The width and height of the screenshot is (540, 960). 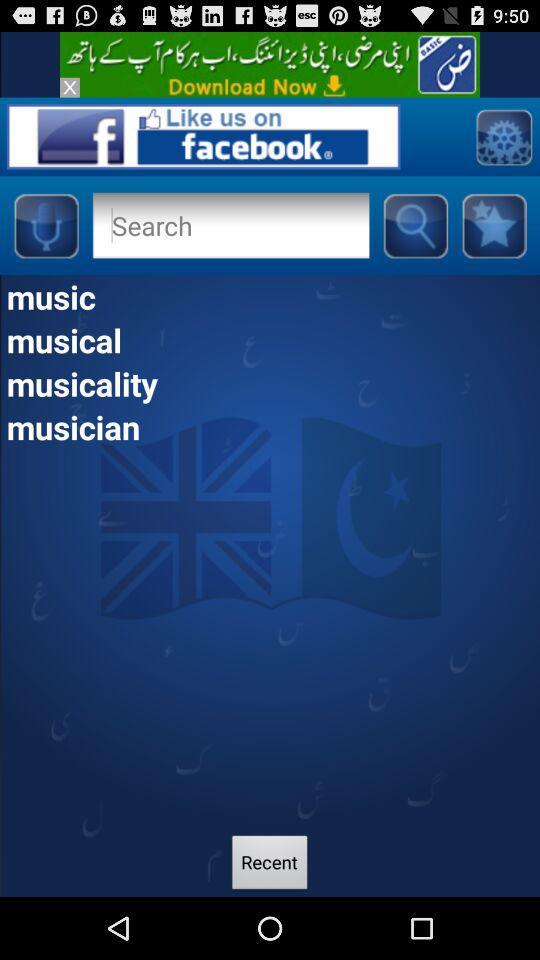 What do you see at coordinates (270, 295) in the screenshot?
I see `music item` at bounding box center [270, 295].